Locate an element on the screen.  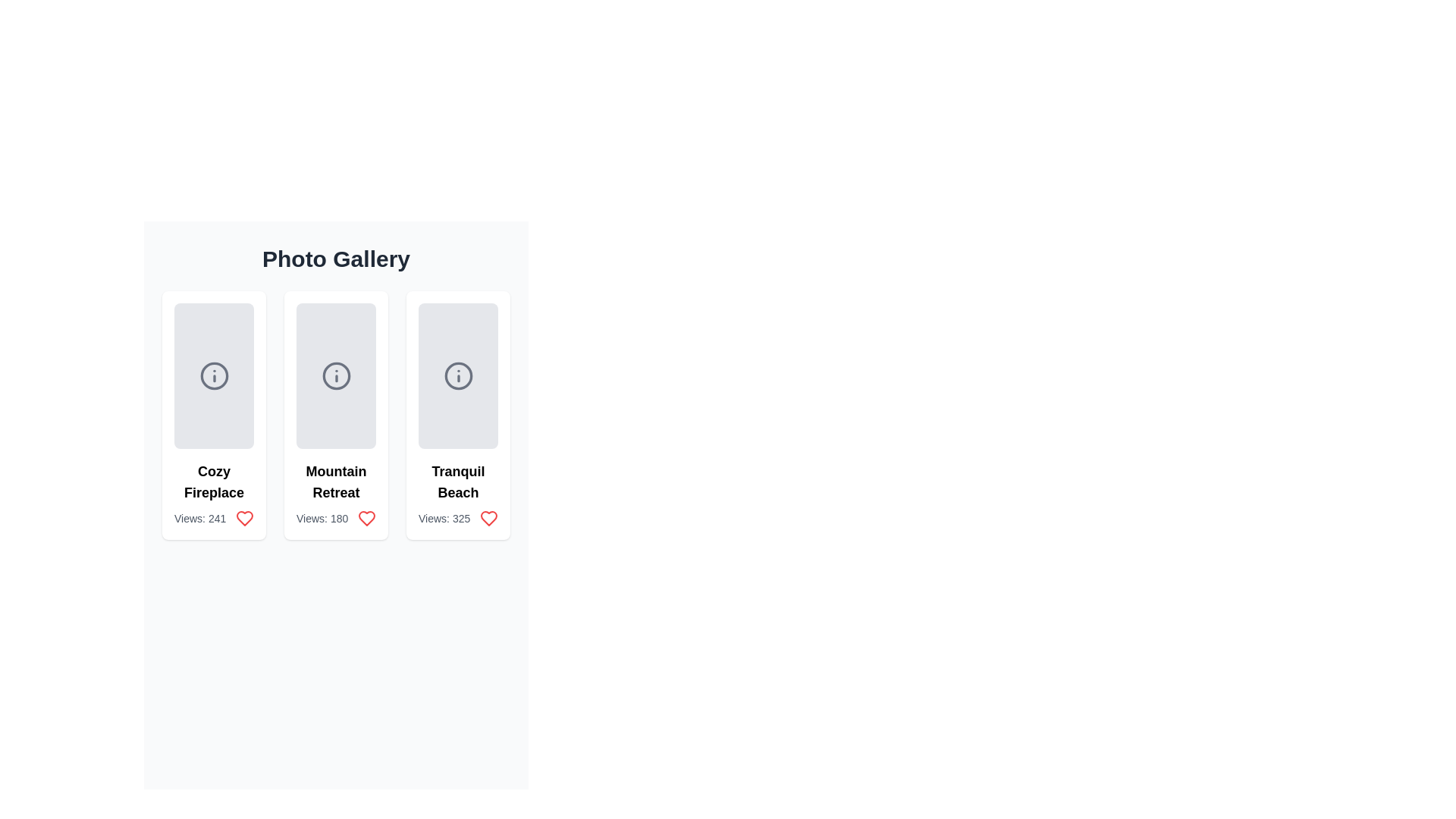
the circular information icon with a light gray border and a central dark gray 'i' symbol, which is located in the third card of a horizontal row displaying photos is located at coordinates (457, 375).